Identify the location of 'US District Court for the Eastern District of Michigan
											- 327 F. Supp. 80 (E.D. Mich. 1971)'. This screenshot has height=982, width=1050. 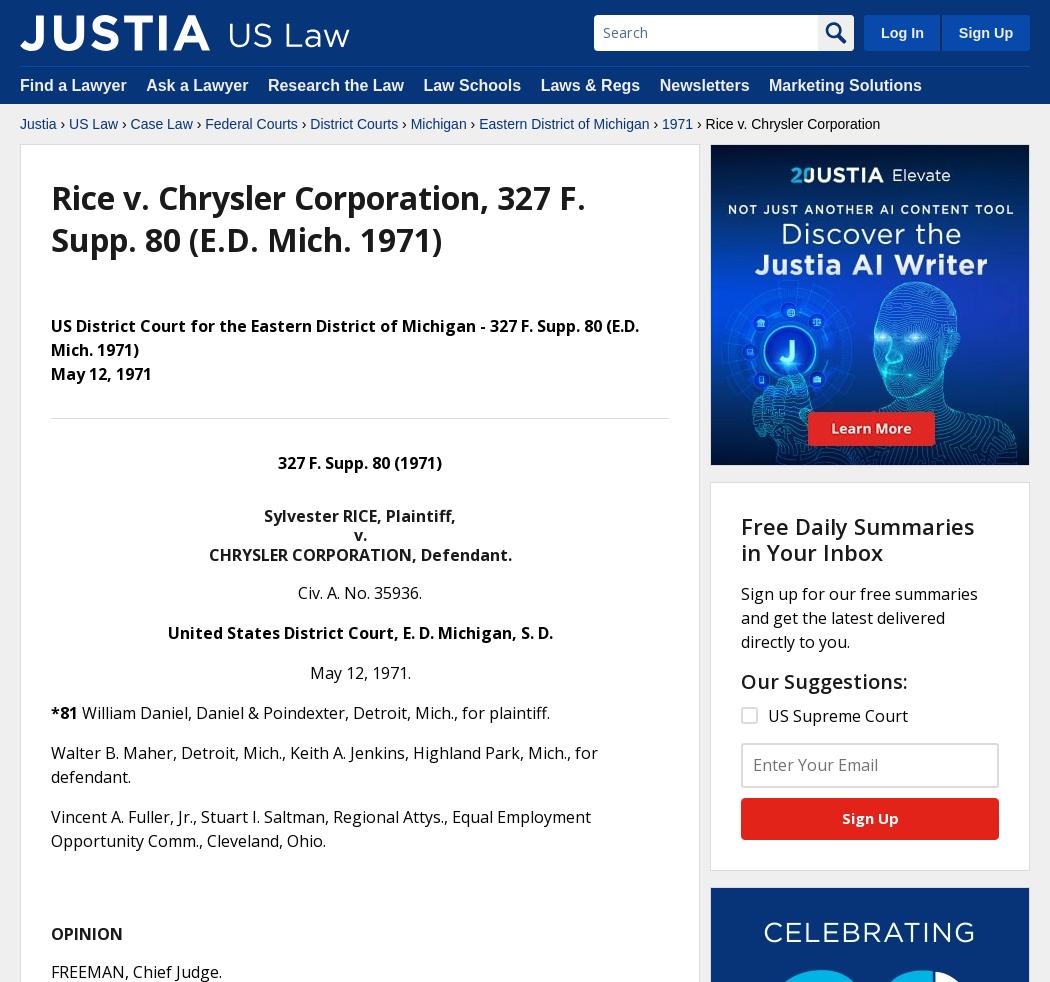
(344, 338).